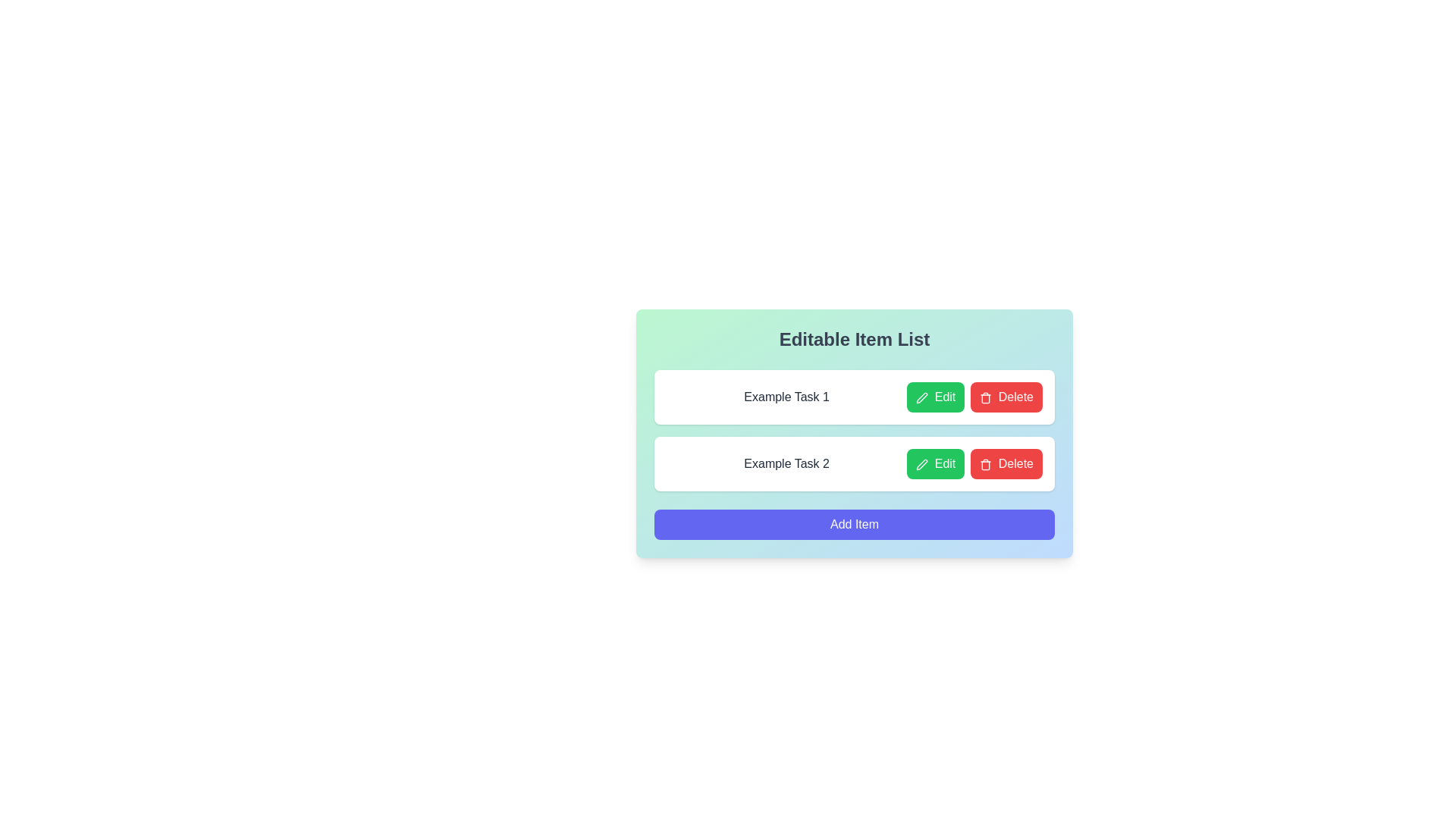 This screenshot has height=819, width=1456. Describe the element at coordinates (786, 463) in the screenshot. I see `the static text label displaying 'Example Task 2' located in the second task item row, which is directly below 'Example Task 1' and above the 'Add Item' button` at that location.